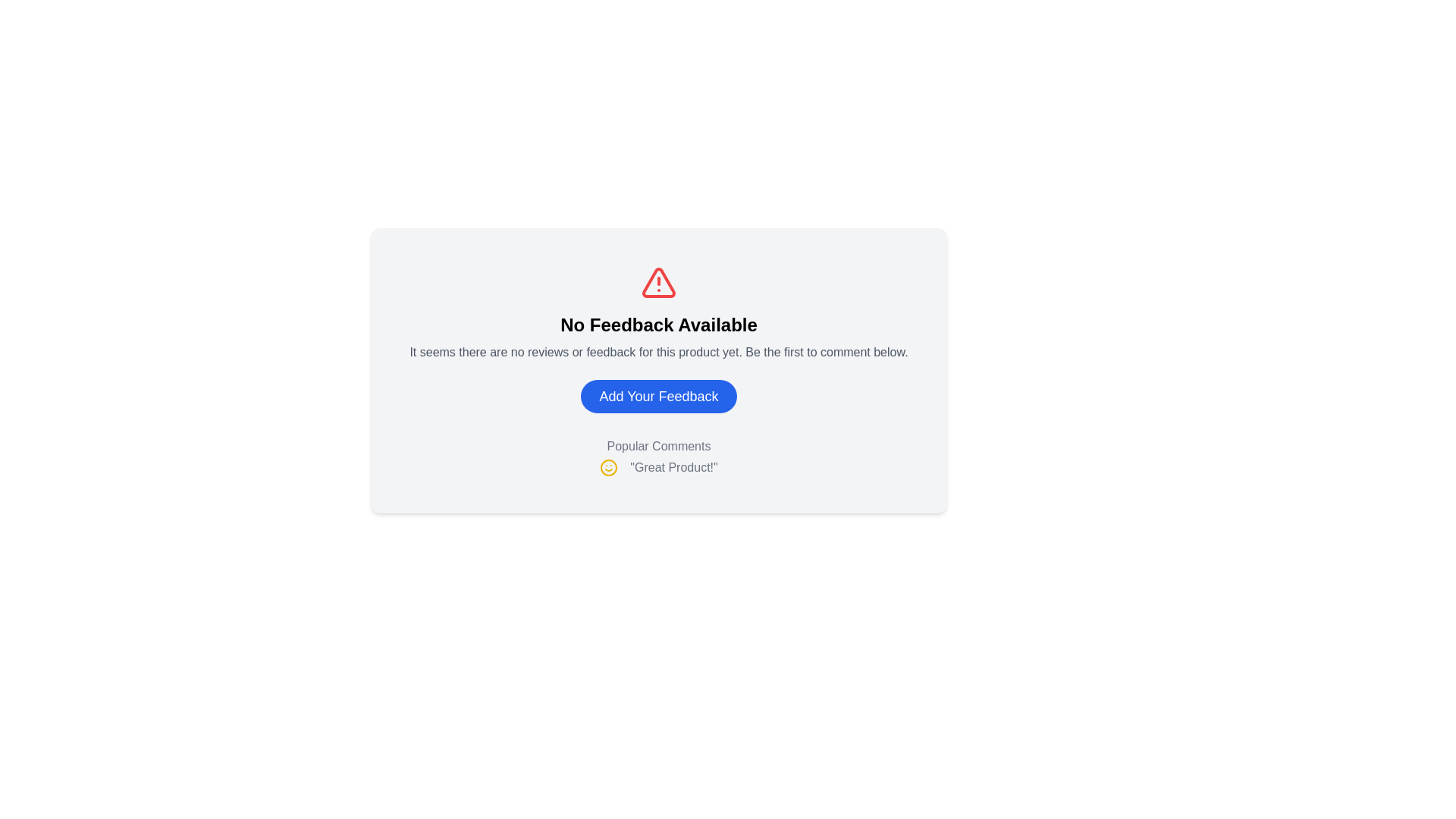  I want to click on the warning visual indicator located at the top of the light gray box, which is directly above the 'No Feedback Available' text, so click(658, 283).